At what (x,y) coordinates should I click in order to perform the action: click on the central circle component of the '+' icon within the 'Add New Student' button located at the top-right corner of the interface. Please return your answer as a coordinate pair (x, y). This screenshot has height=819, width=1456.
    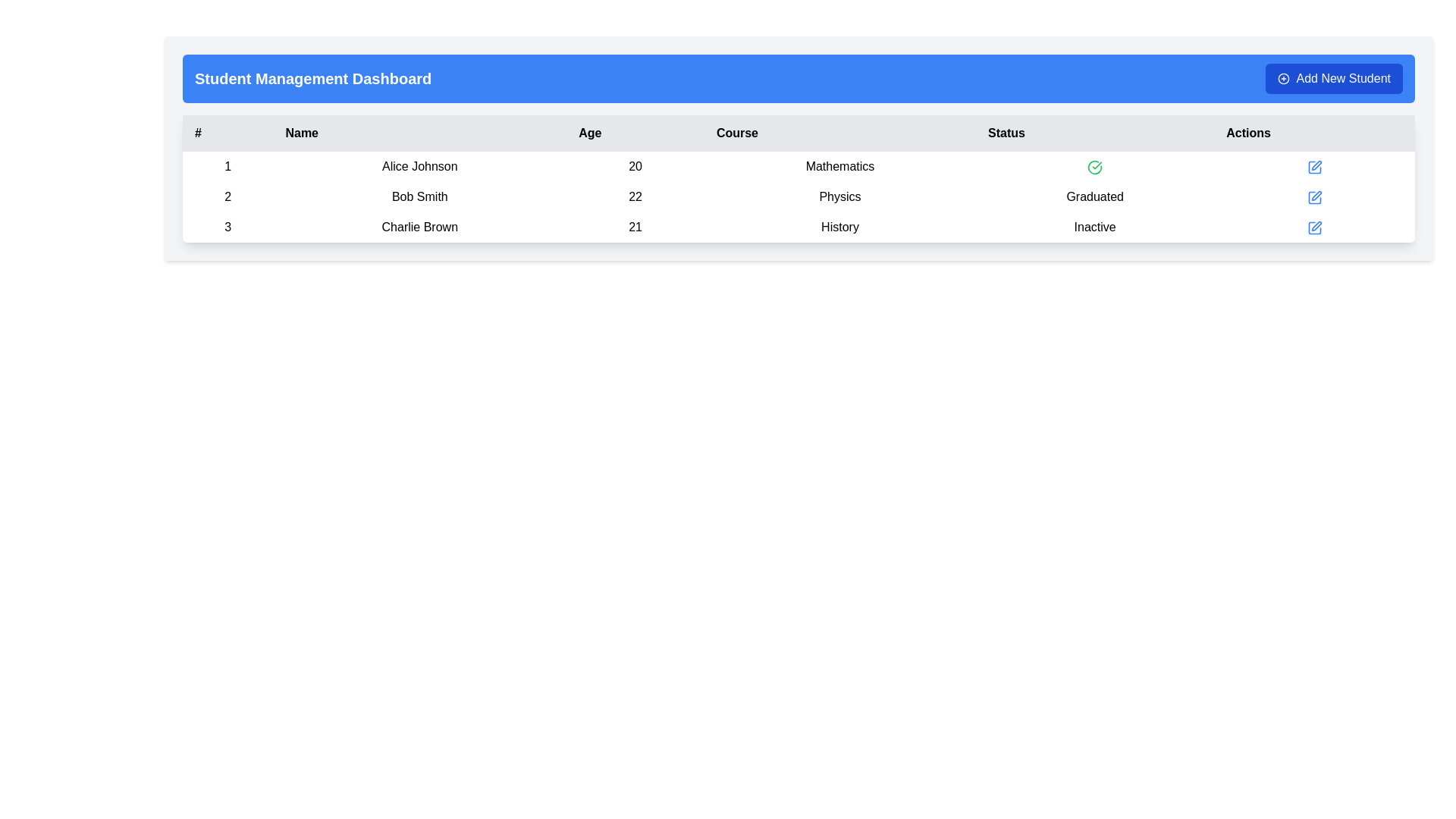
    Looking at the image, I should click on (1283, 79).